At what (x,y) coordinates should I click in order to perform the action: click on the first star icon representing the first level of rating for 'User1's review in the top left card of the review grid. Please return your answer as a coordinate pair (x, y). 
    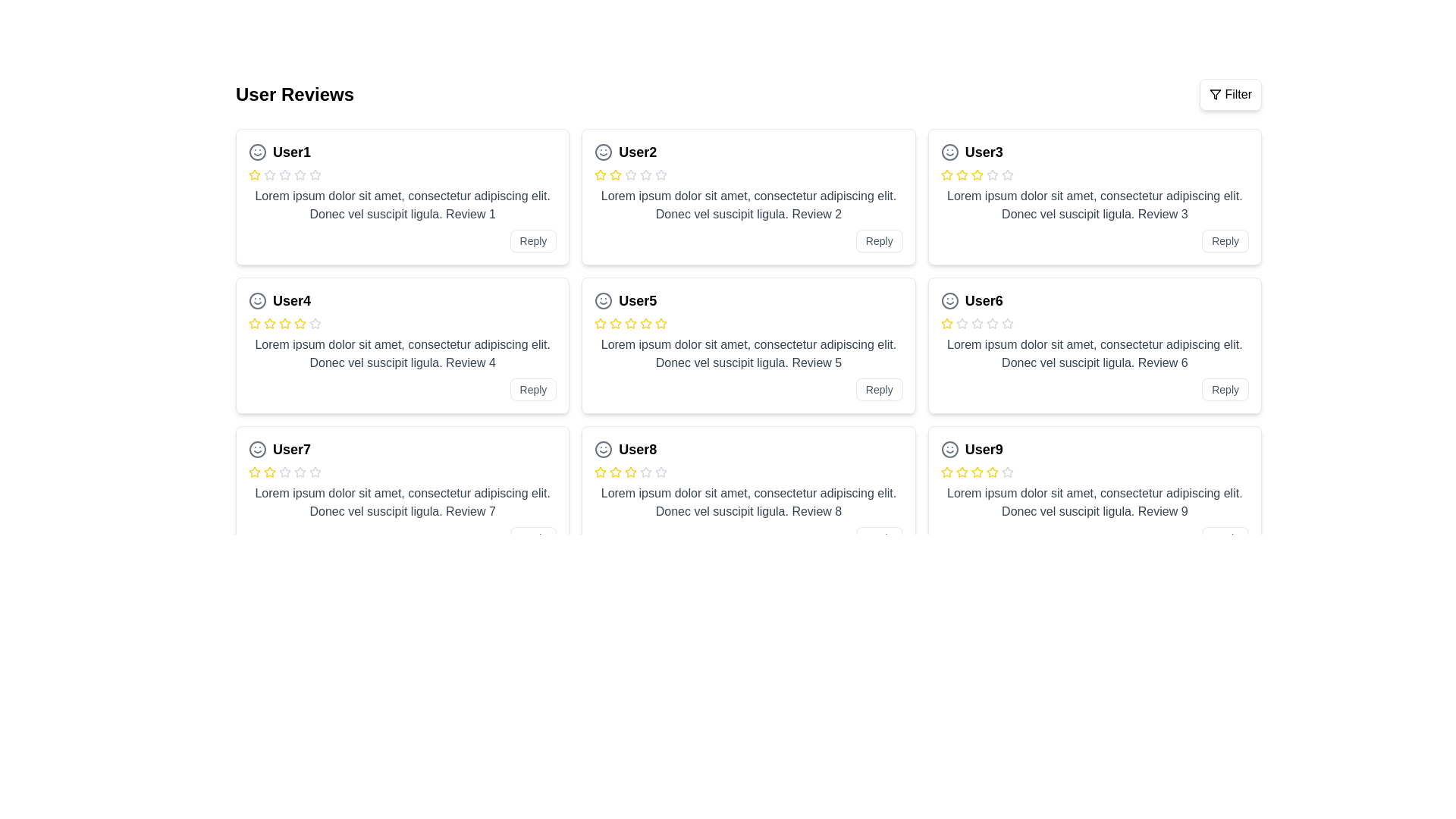
    Looking at the image, I should click on (255, 174).